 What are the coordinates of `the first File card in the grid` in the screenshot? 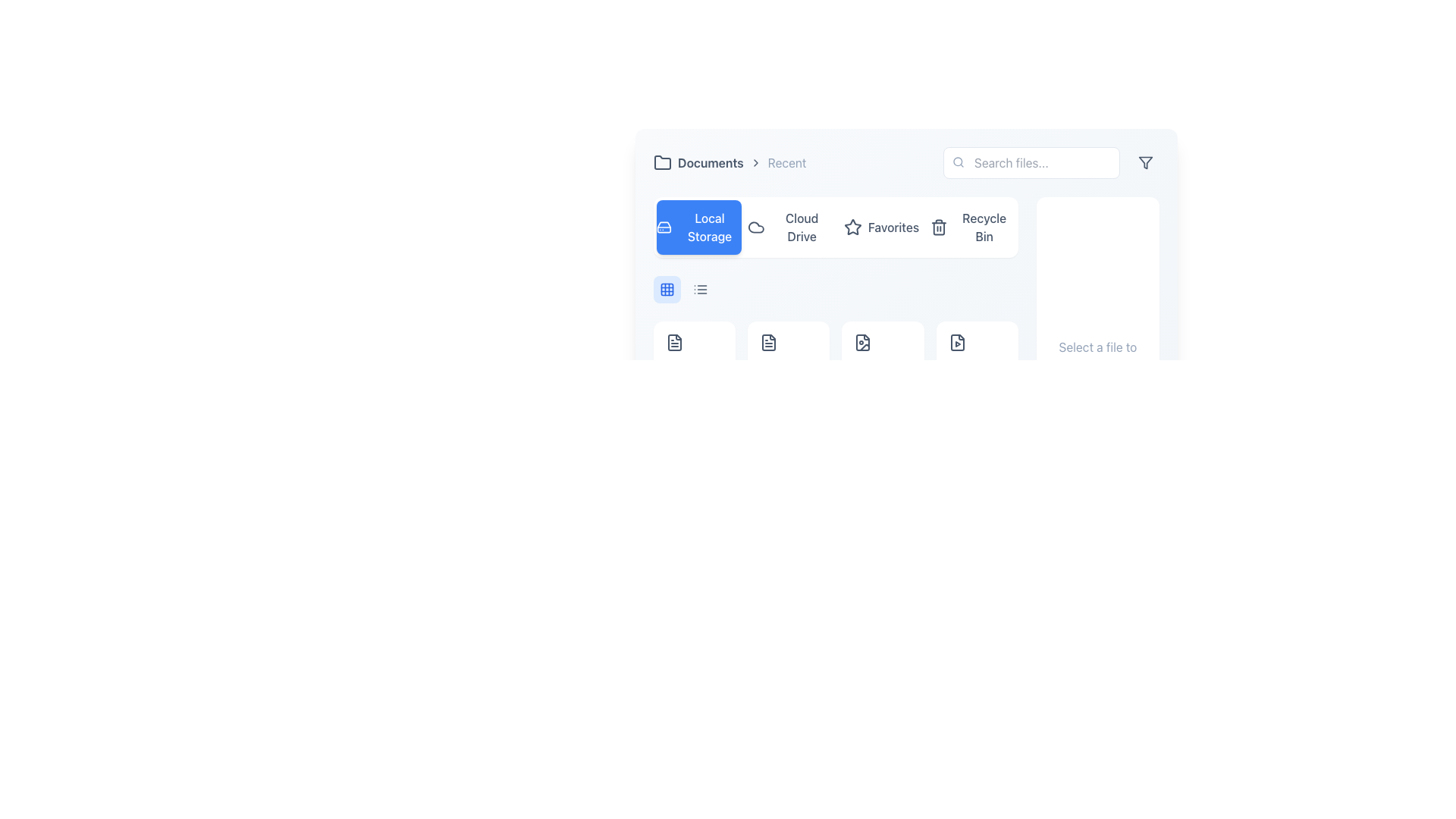 It's located at (694, 366).